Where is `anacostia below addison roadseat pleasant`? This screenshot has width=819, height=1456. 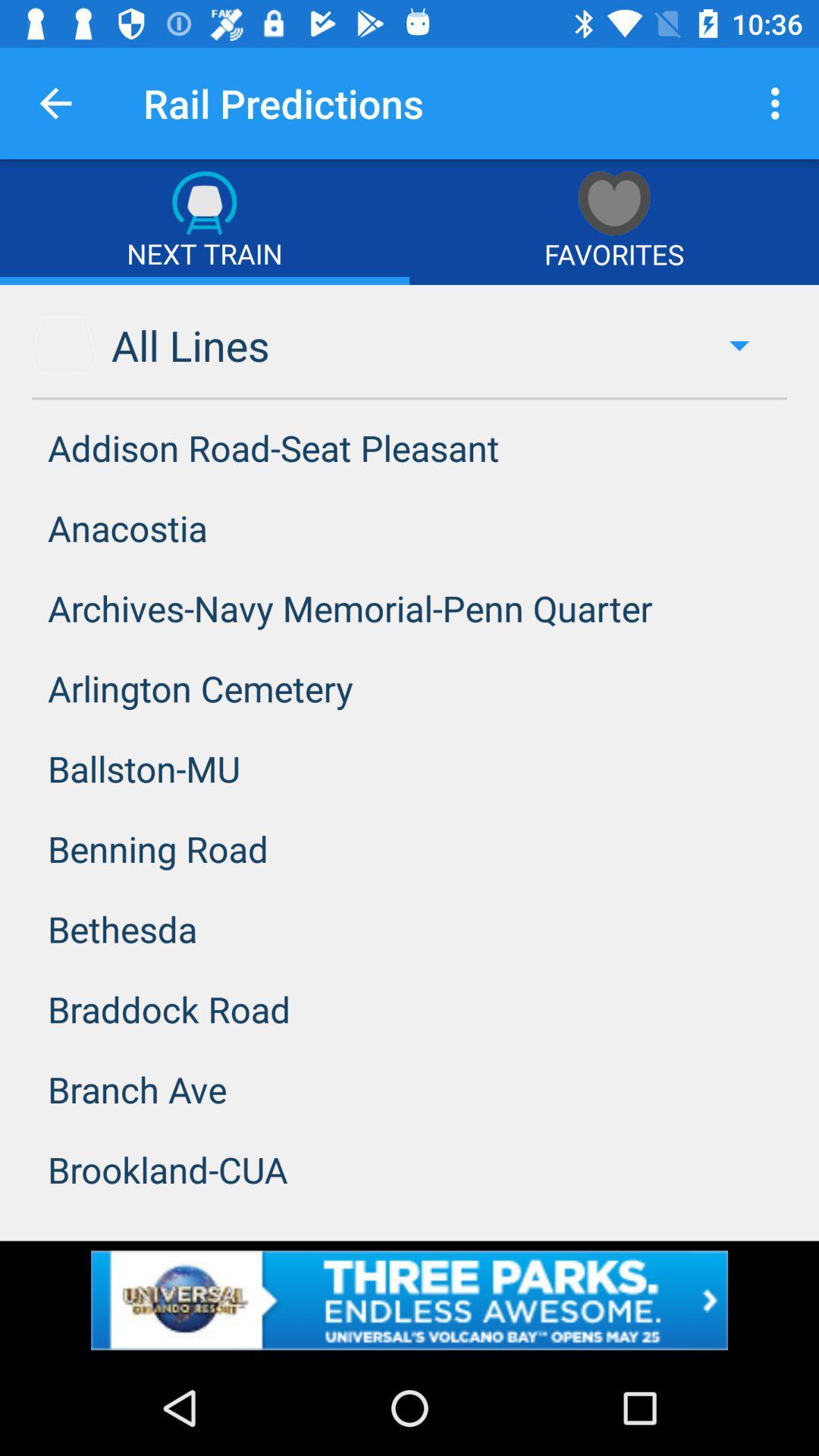 anacostia below addison roadseat pleasant is located at coordinates (409, 528).